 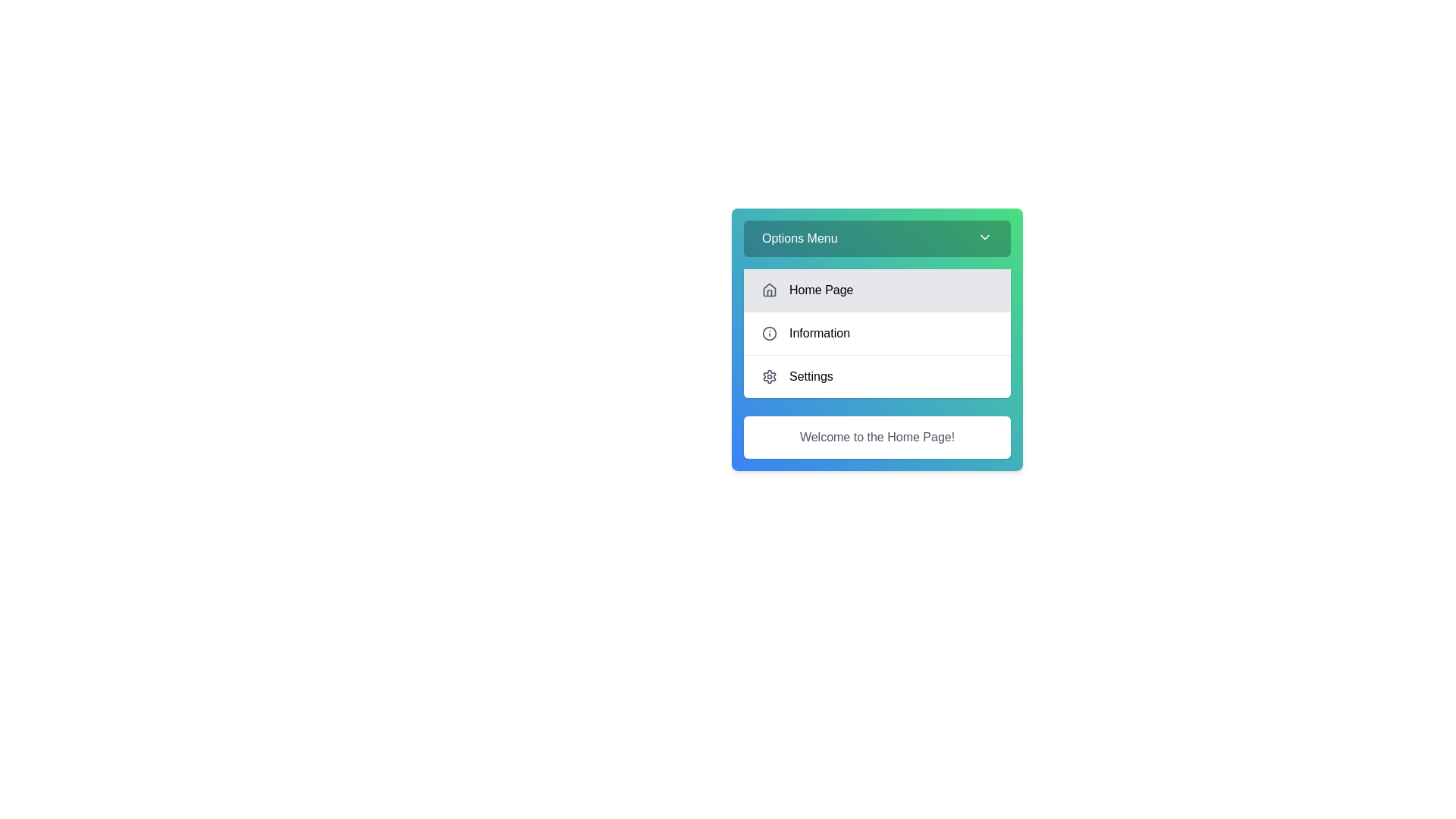 I want to click on the 'Options Menu' dropdown menu trigger bar, so click(x=877, y=239).